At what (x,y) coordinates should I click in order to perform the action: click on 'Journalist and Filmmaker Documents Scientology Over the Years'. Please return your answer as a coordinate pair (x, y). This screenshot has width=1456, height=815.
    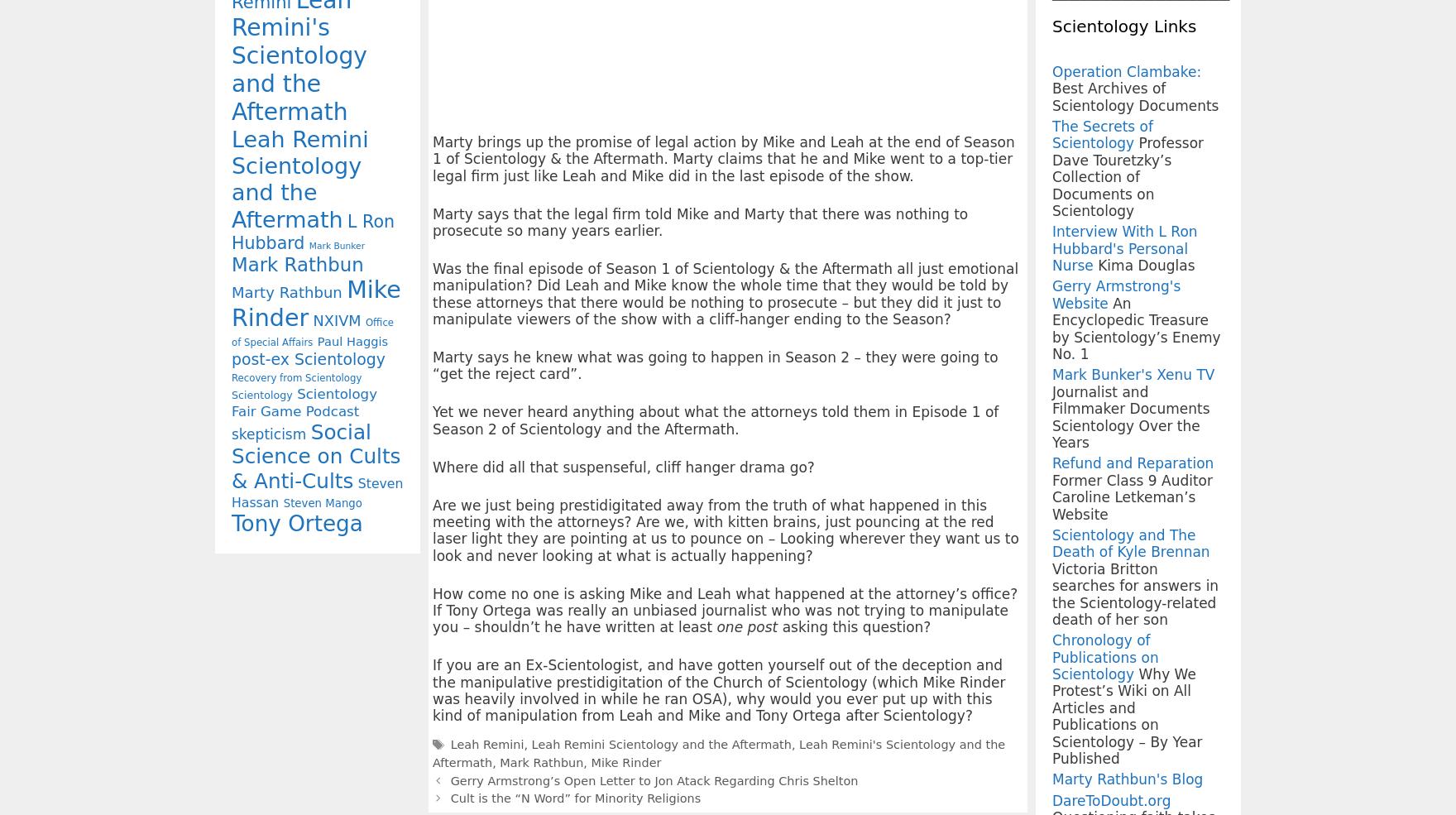
    Looking at the image, I should click on (1130, 417).